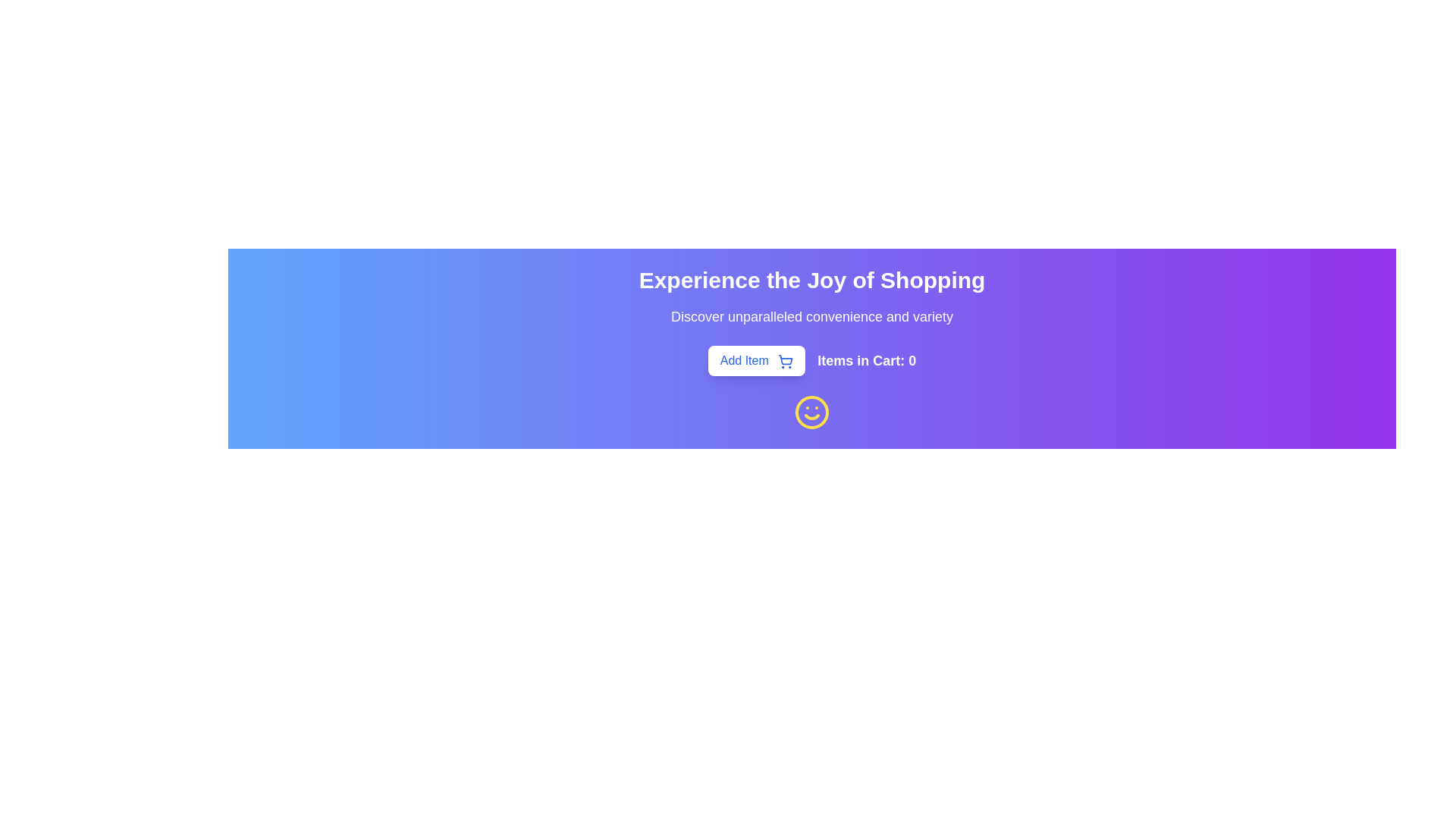 Image resolution: width=1456 pixels, height=819 pixels. Describe the element at coordinates (786, 361) in the screenshot. I see `the shopping cart icon located to the right of the 'Add Item' text within a button that has a white background and rounded corners` at that location.